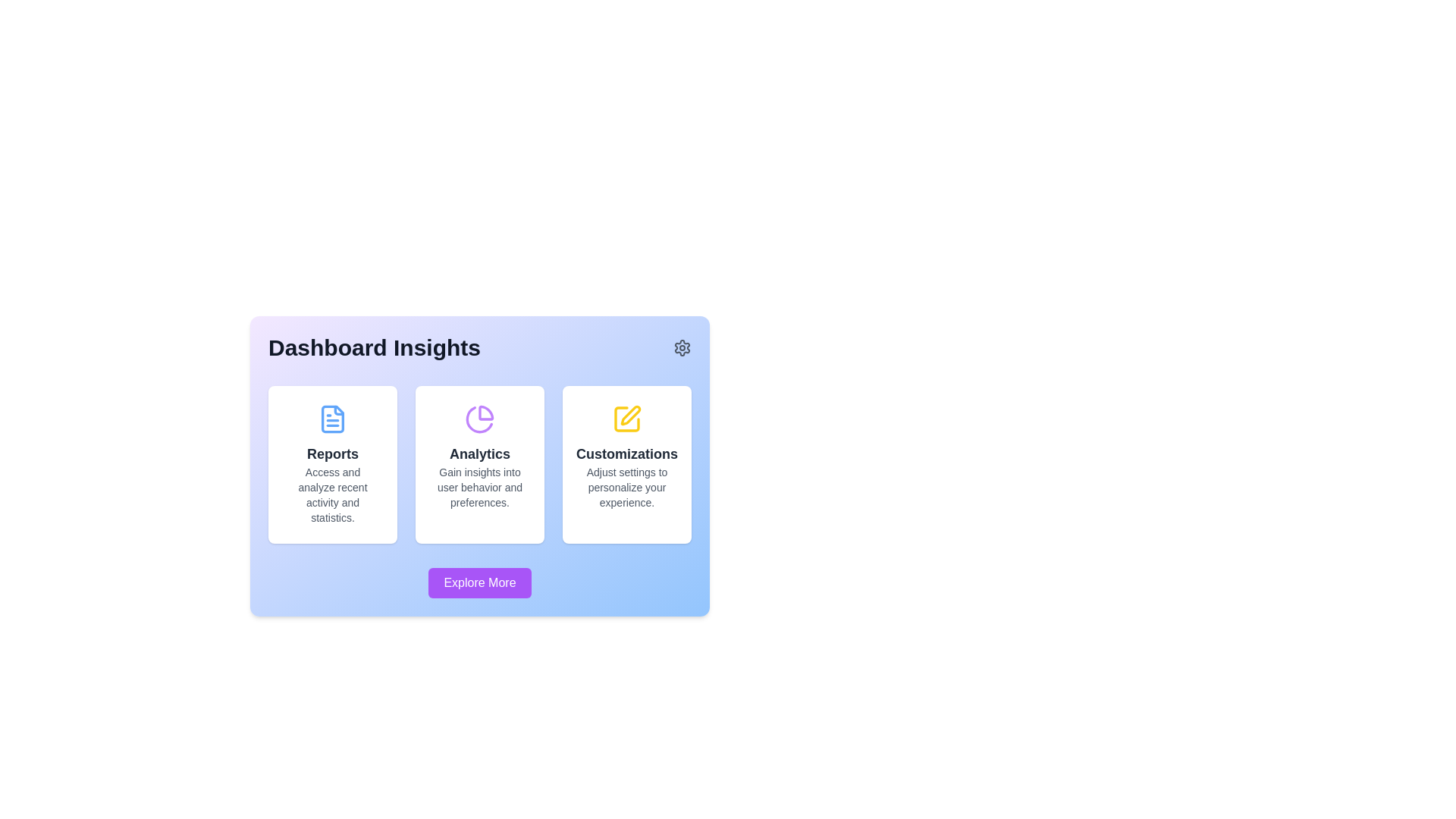  I want to click on the card with a white background and rounded corners containing the text 'Customizations' and a yellow pen icon, which is the third card in a horizontal row of three, so click(626, 464).